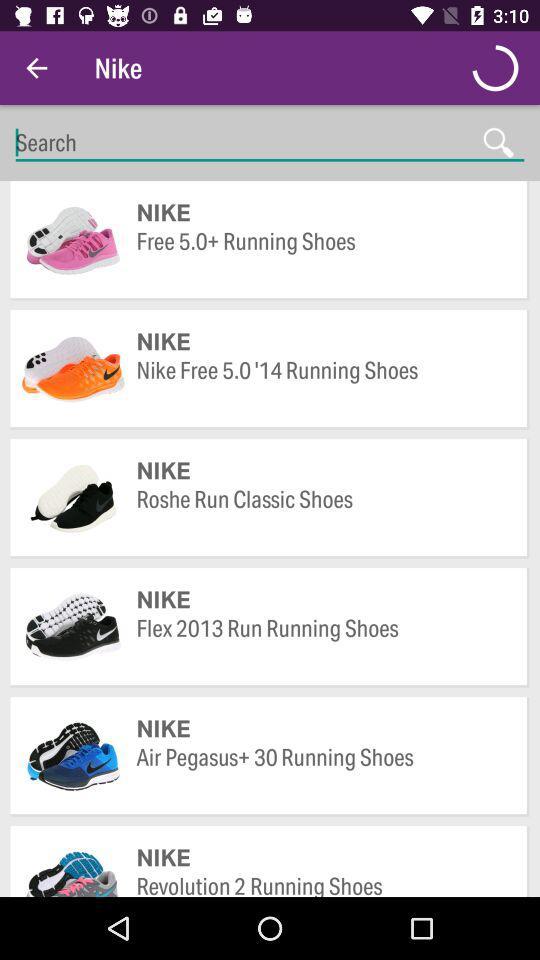 The width and height of the screenshot is (540, 960). I want to click on the roshe run classic, so click(322, 513).